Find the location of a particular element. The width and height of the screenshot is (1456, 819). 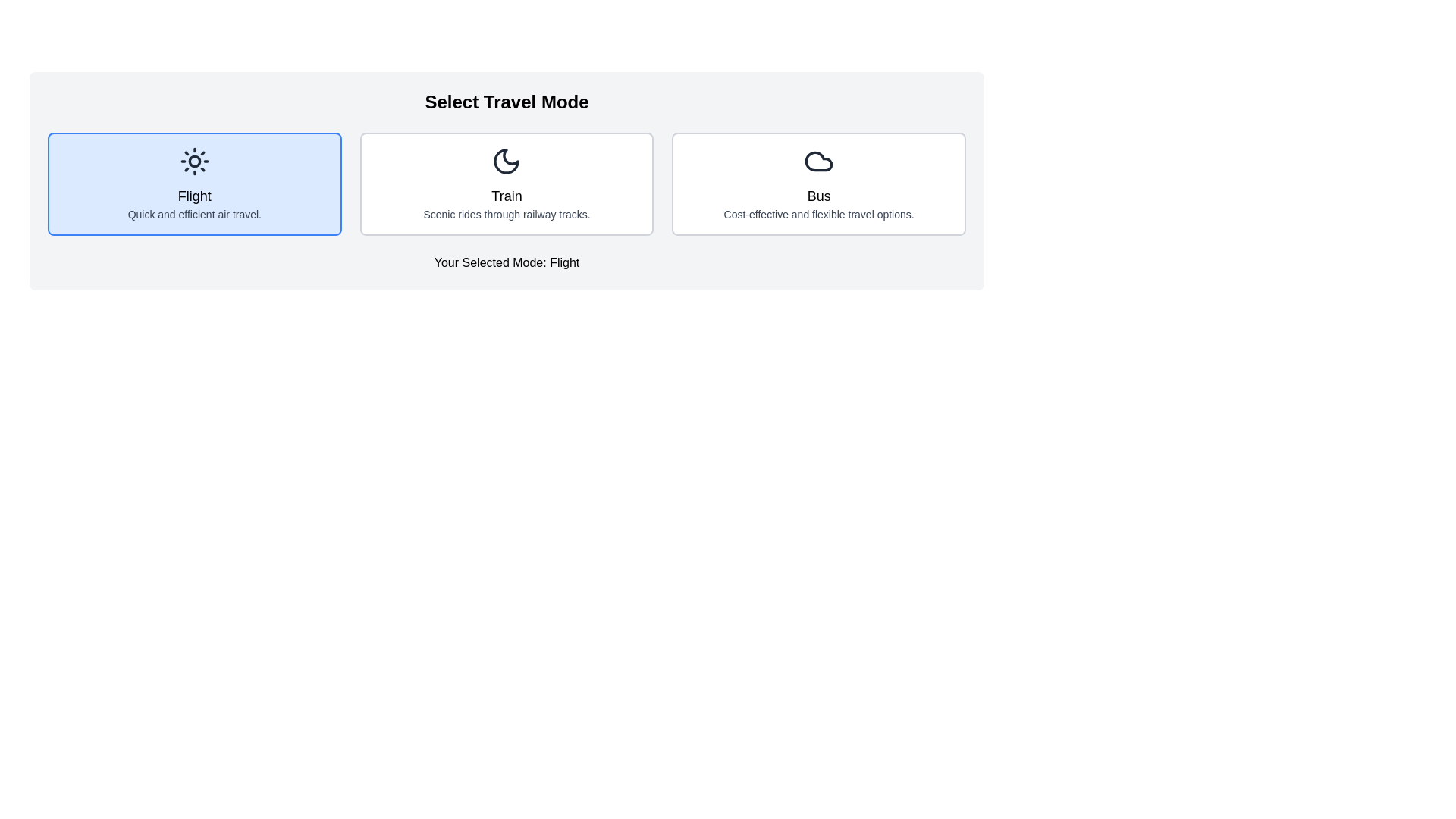

the crescent moon icon located at the top of the 'Train' card in the travel mode selection options is located at coordinates (507, 161).